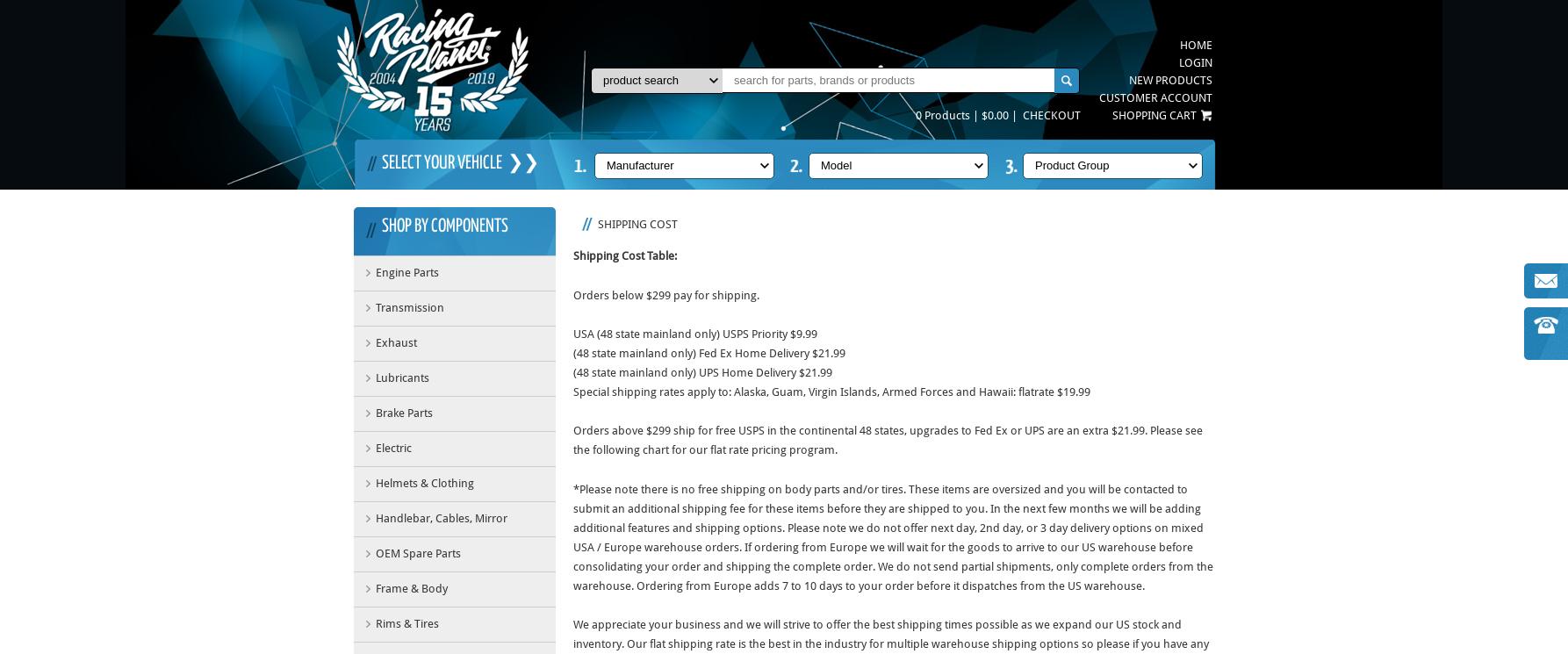  What do you see at coordinates (625, 255) in the screenshot?
I see `'Shipping Cost Table:'` at bounding box center [625, 255].